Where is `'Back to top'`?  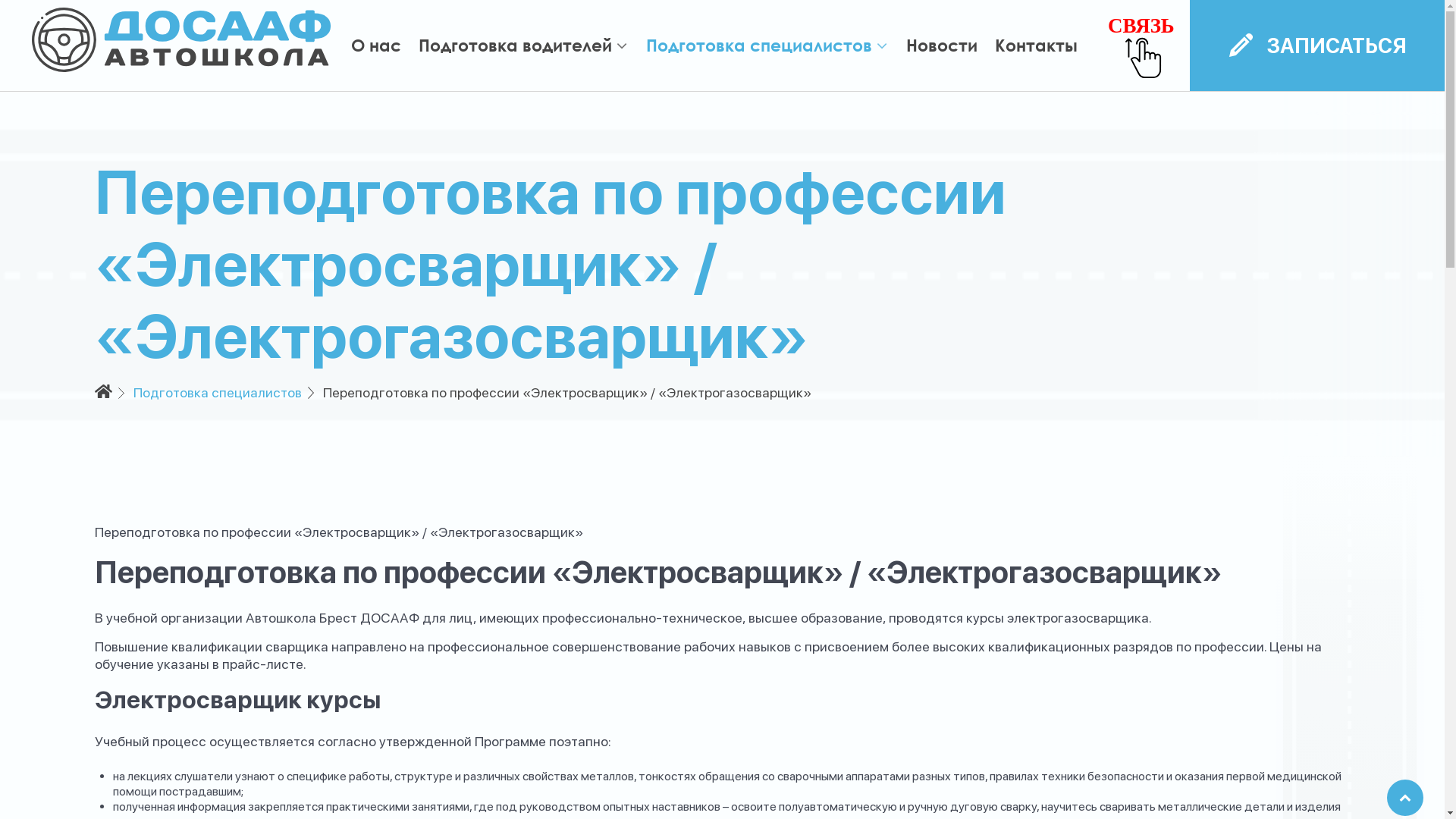
'Back to top' is located at coordinates (1404, 797).